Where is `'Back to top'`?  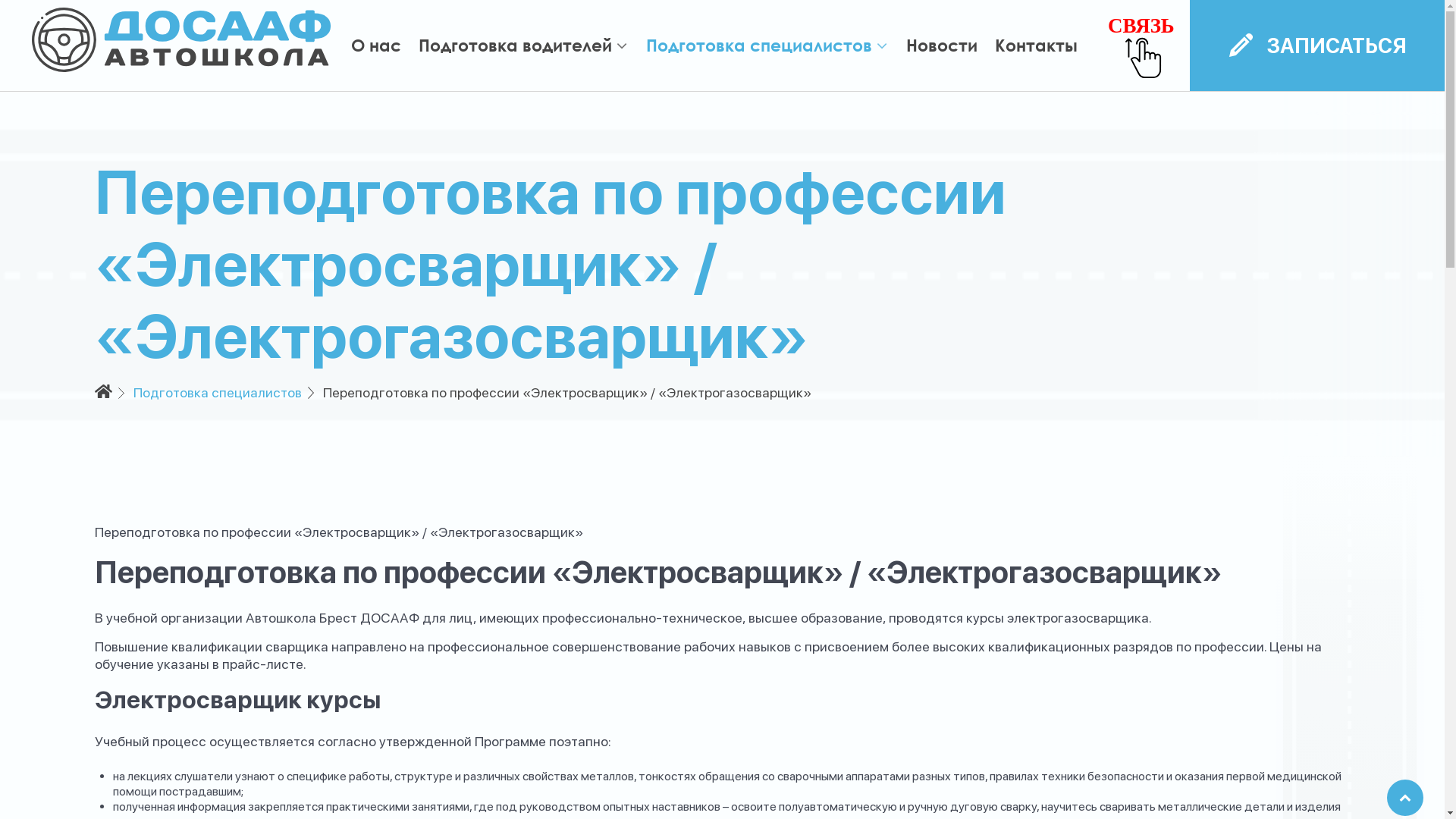
'Back to top' is located at coordinates (1404, 797).